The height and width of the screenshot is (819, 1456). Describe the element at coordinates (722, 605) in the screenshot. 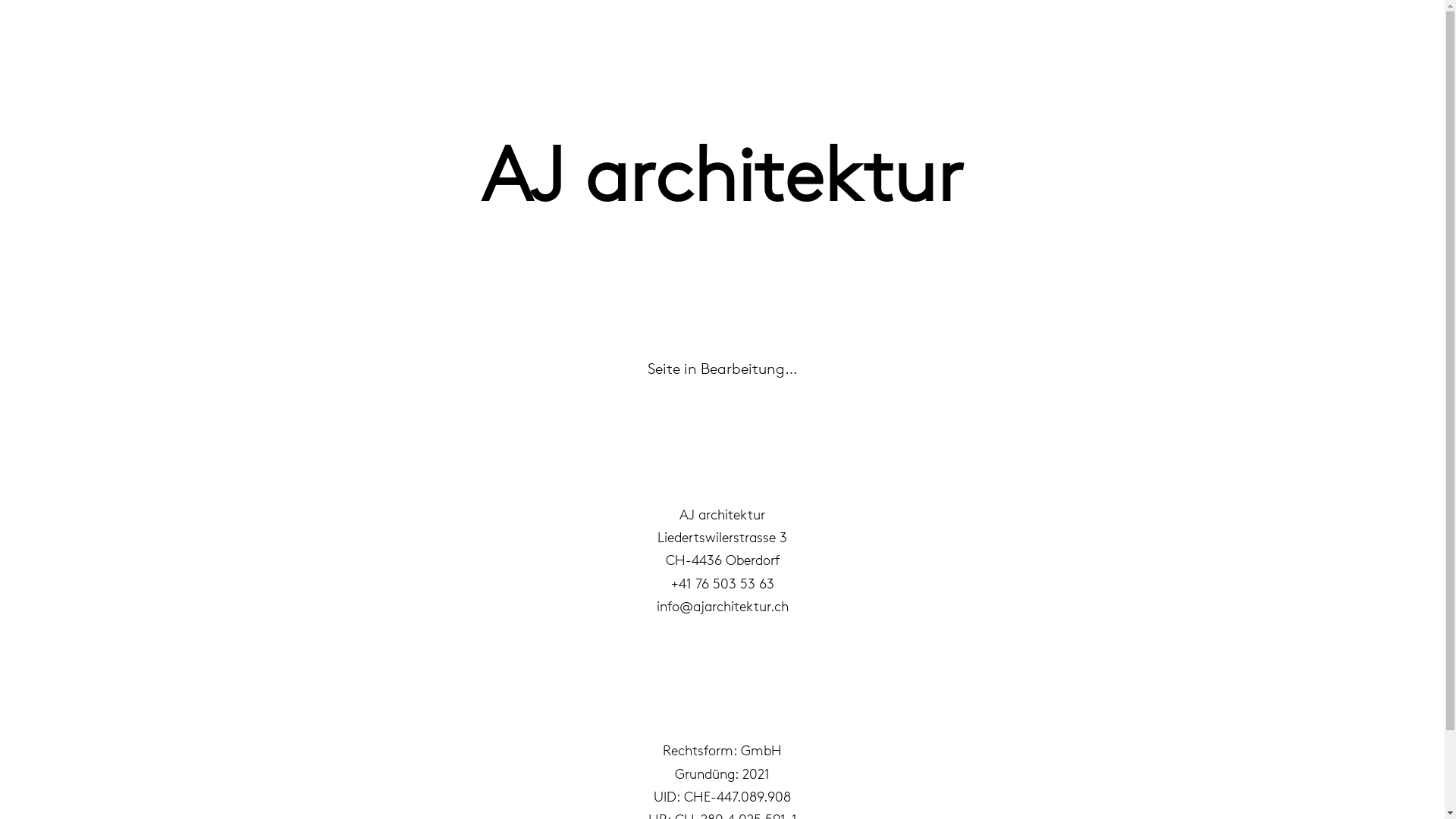

I see `'info@ajarchitektur.ch'` at that location.